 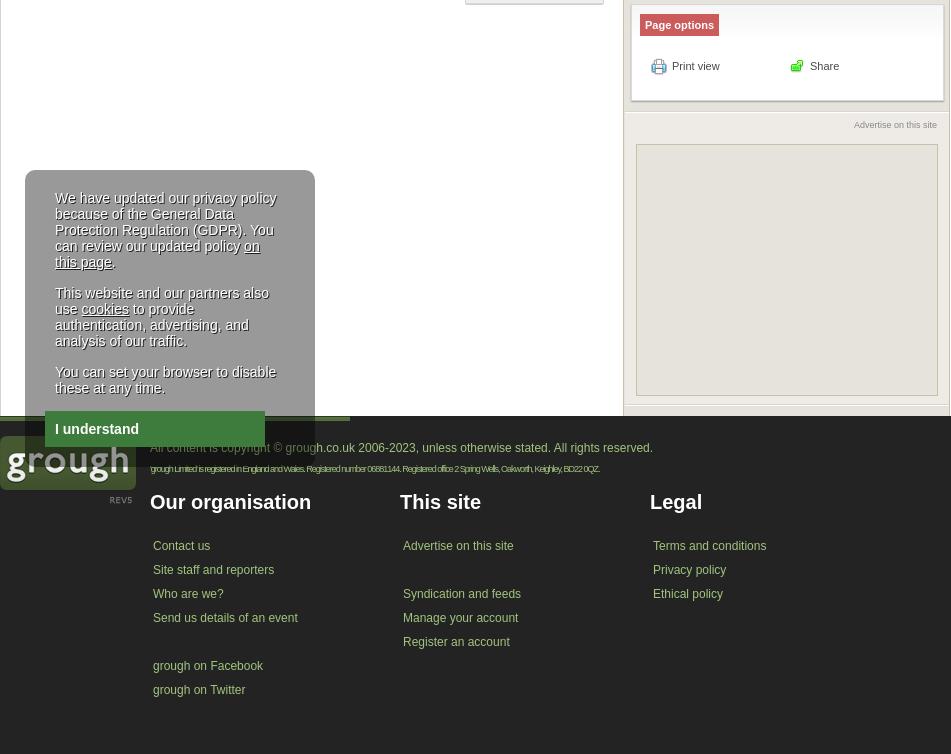 I want to click on 'I understand', so click(x=97, y=429).